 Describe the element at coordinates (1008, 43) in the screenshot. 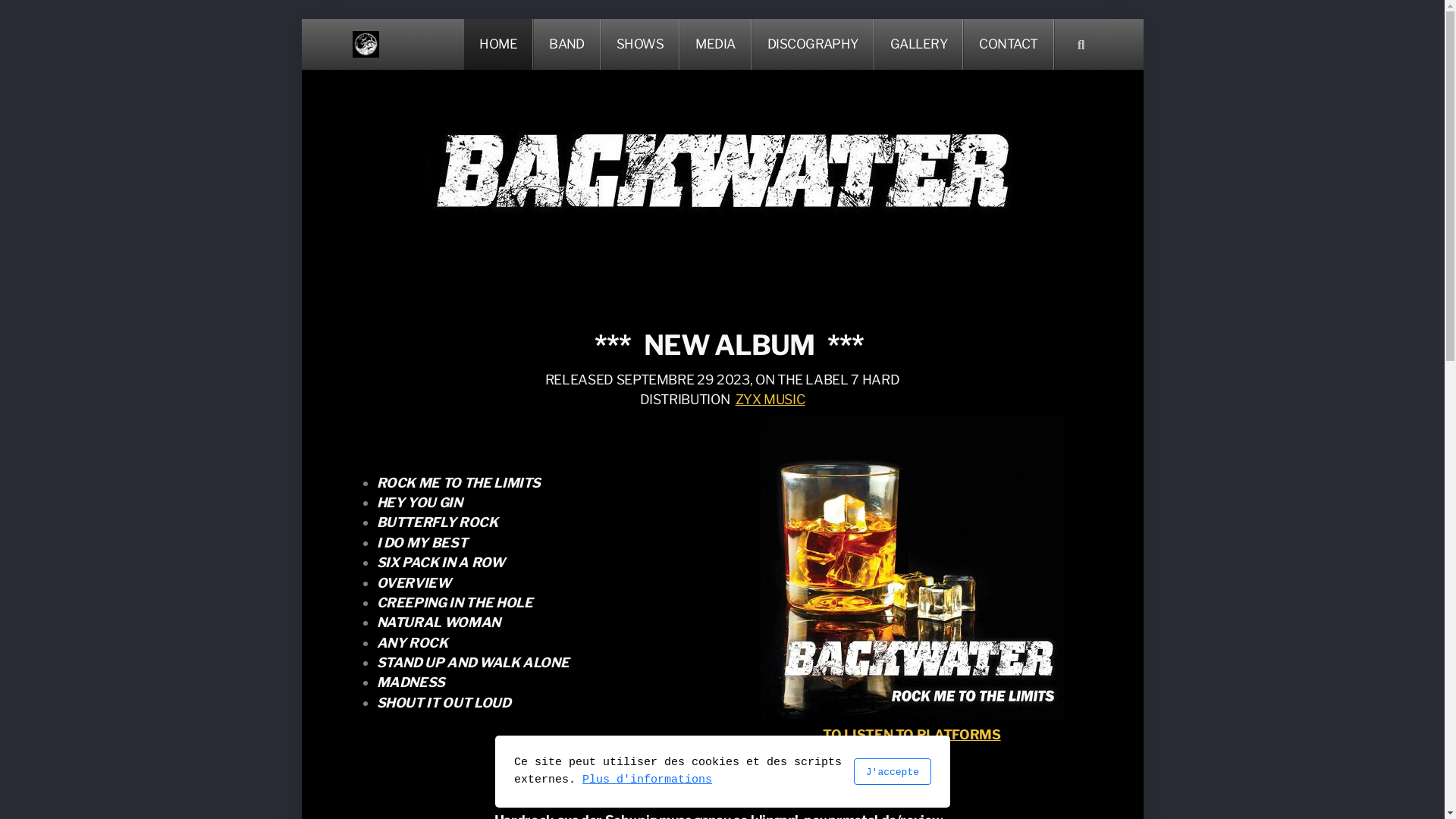

I see `'CONTACT'` at that location.